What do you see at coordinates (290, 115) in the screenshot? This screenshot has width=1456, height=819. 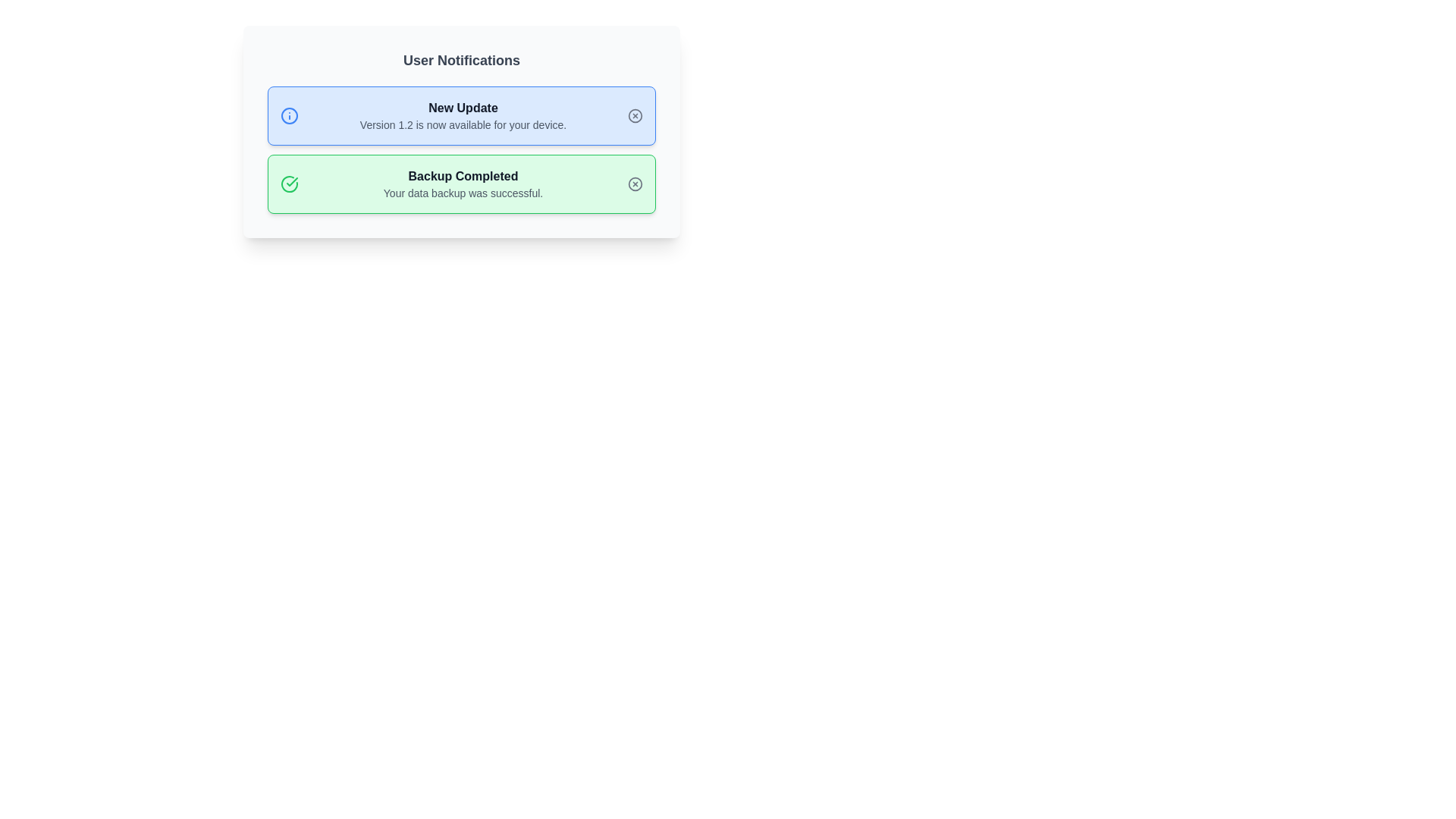 I see `the circular outline of the 'info' icon located on the left side of the blue background area labeled 'New Update'` at bounding box center [290, 115].